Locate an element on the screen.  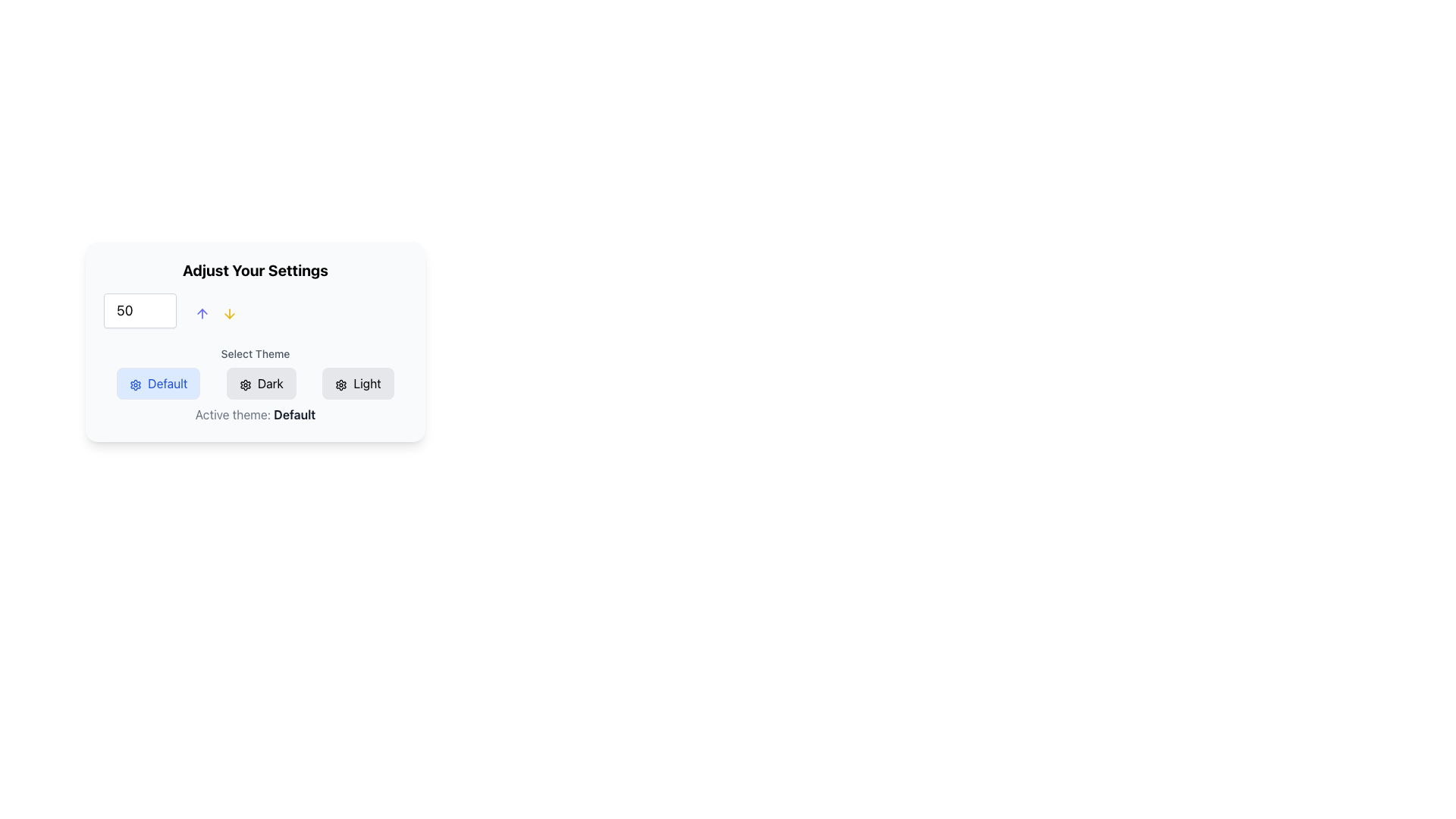
the Static Text Label displaying 'Active theme: Default', located below the theme selection buttons in the 'Adjust Your Settings' section is located at coordinates (255, 415).